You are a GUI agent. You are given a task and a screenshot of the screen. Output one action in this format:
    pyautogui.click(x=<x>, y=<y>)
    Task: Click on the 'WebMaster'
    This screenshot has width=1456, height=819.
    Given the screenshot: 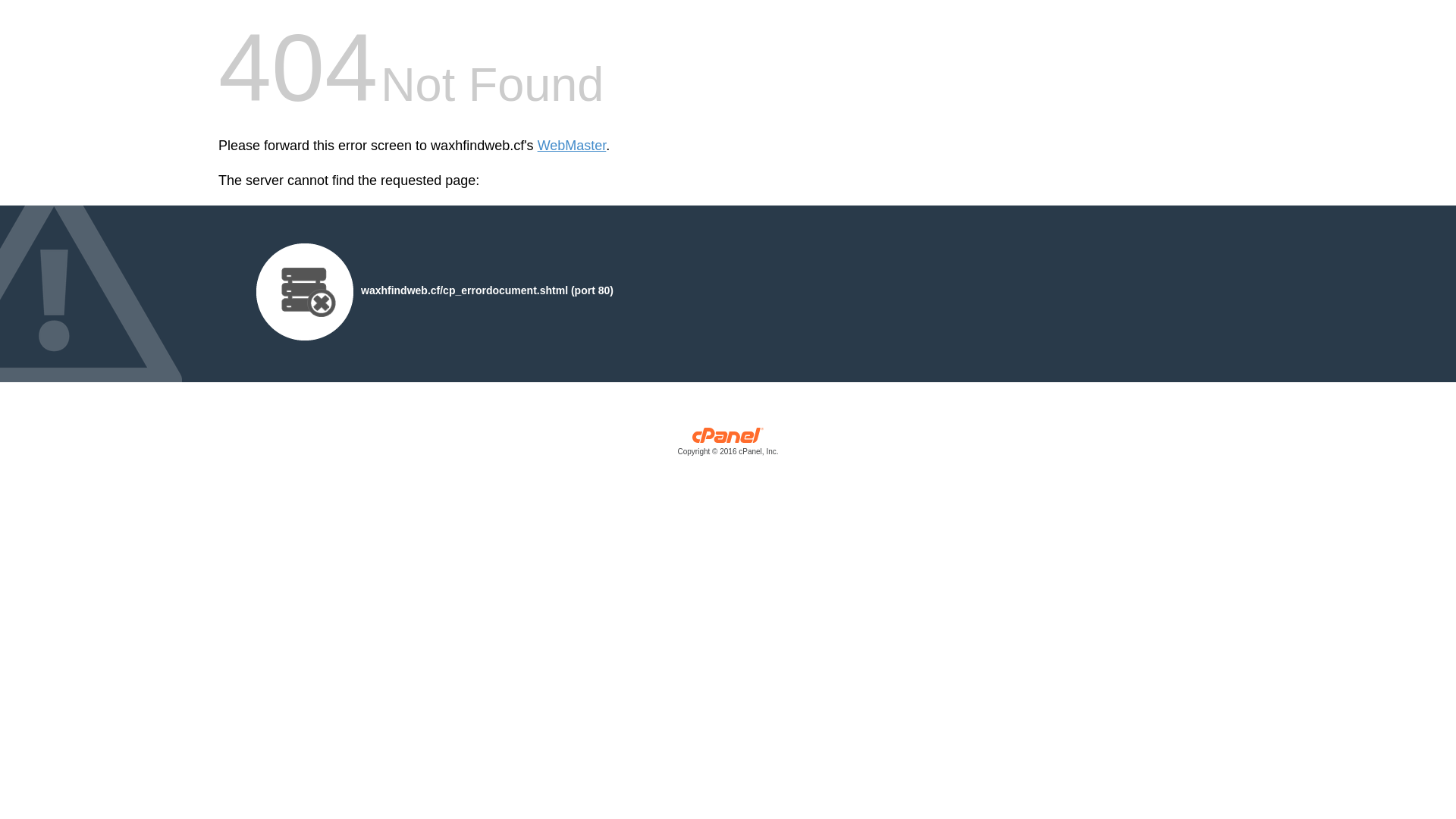 What is the action you would take?
    pyautogui.click(x=571, y=146)
    